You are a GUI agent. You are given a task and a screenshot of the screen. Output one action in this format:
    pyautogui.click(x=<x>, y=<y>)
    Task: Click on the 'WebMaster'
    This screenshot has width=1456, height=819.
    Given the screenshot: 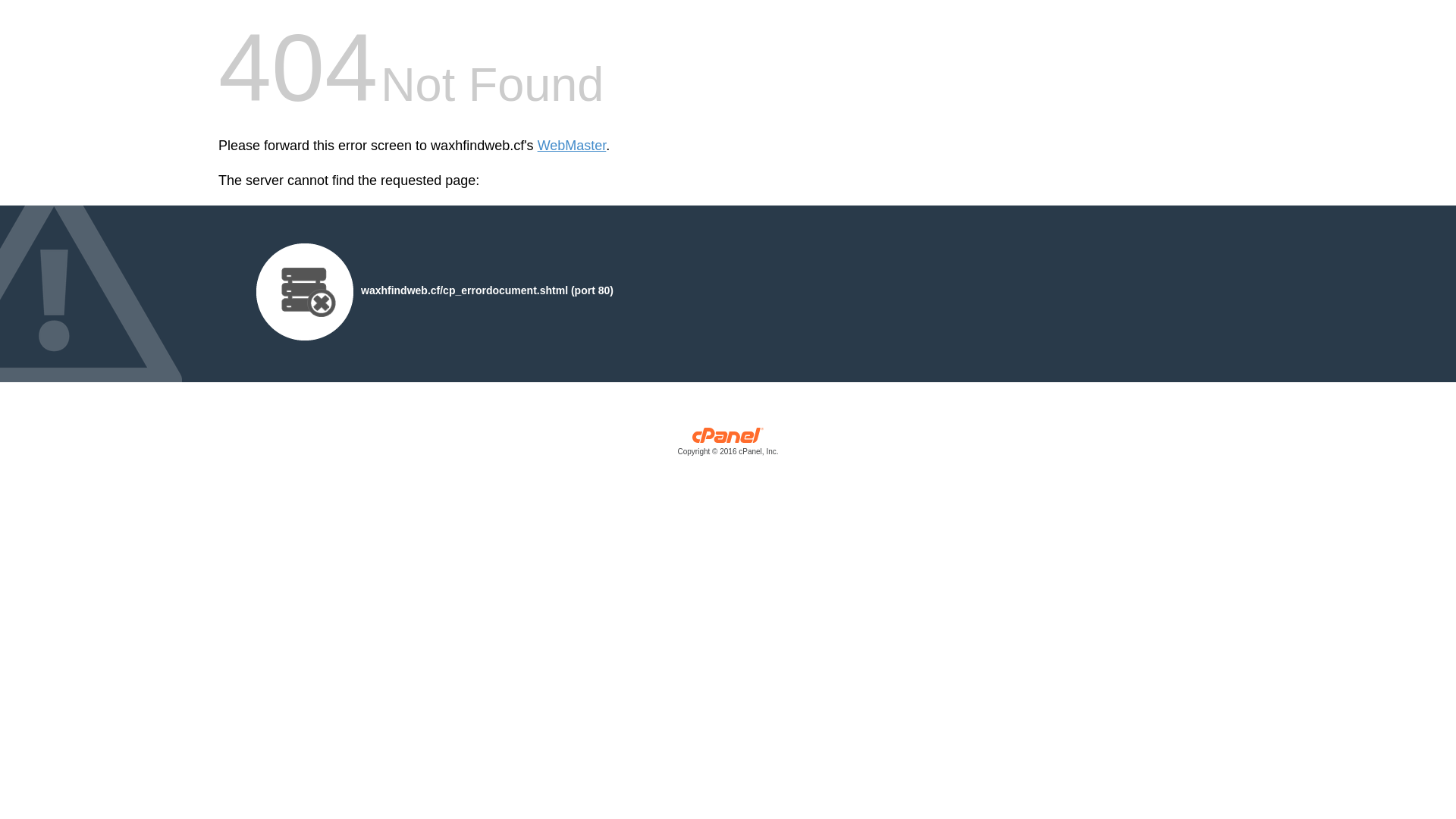 What is the action you would take?
    pyautogui.click(x=571, y=146)
    